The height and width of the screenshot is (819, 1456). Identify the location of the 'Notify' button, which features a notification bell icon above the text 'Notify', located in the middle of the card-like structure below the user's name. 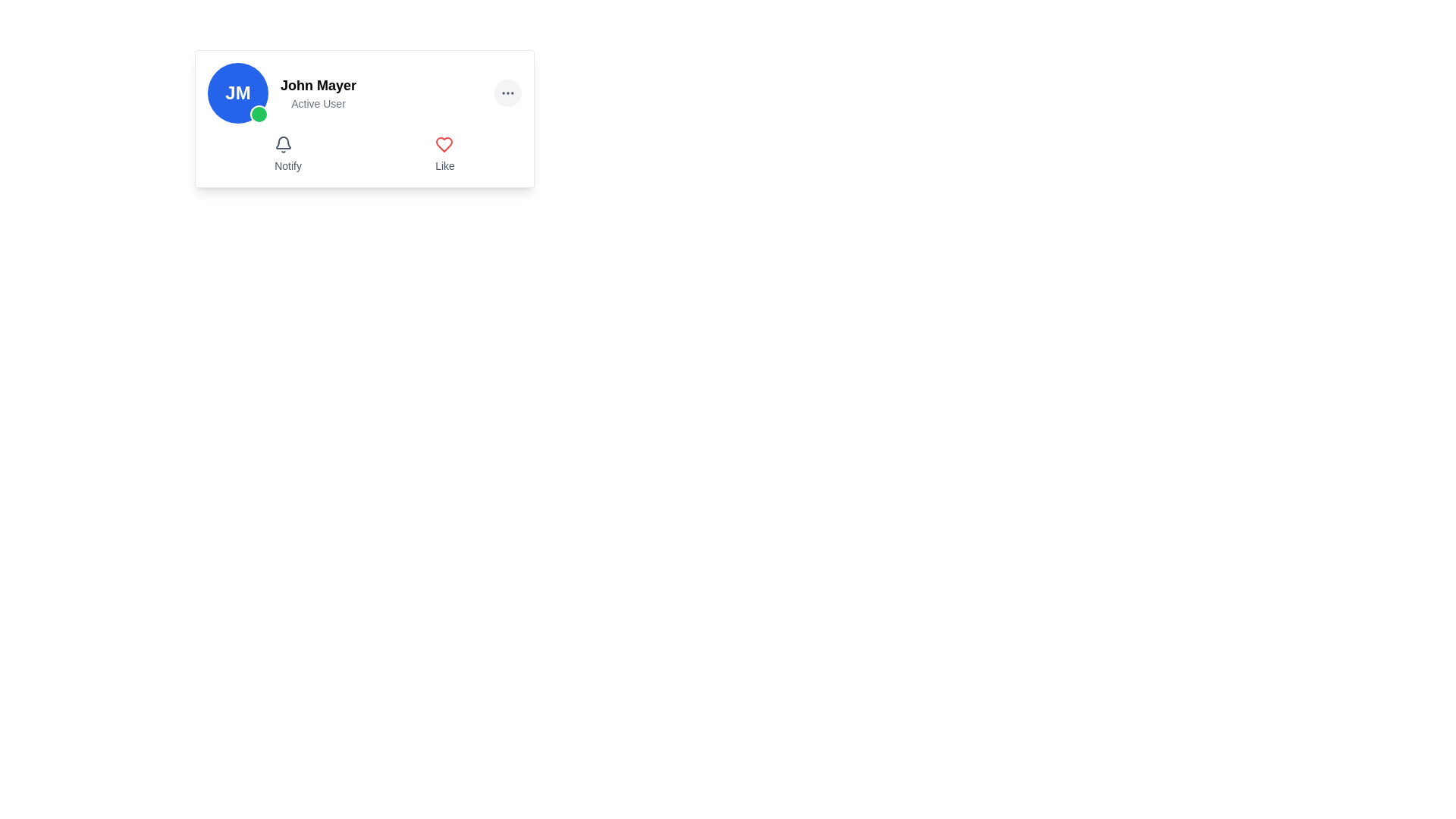
(287, 155).